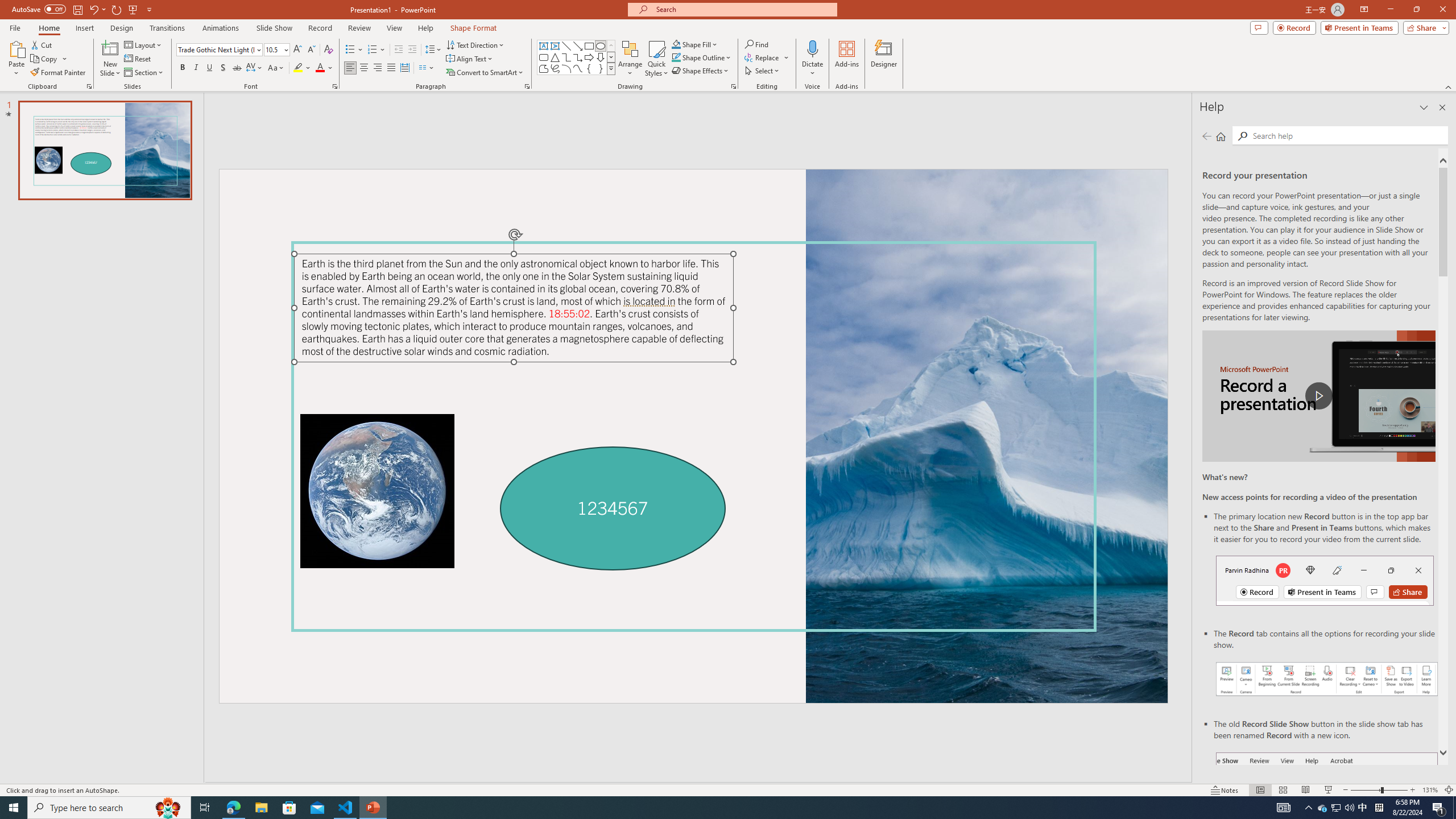 This screenshot has height=819, width=1456. Describe the element at coordinates (1225, 790) in the screenshot. I see `'Notes '` at that location.